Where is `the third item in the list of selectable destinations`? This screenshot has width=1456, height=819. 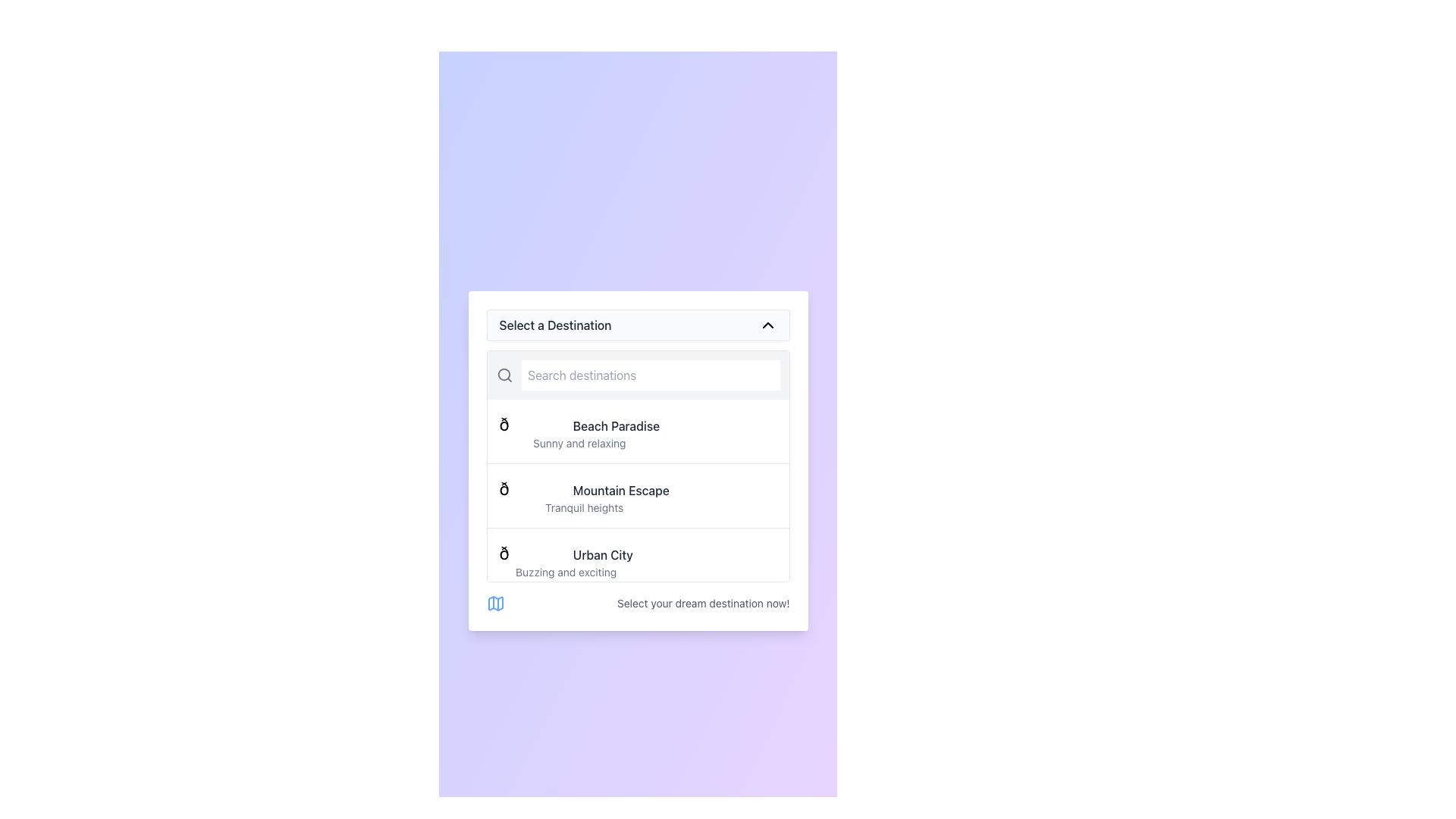 the third item in the list of selectable destinations is located at coordinates (638, 560).